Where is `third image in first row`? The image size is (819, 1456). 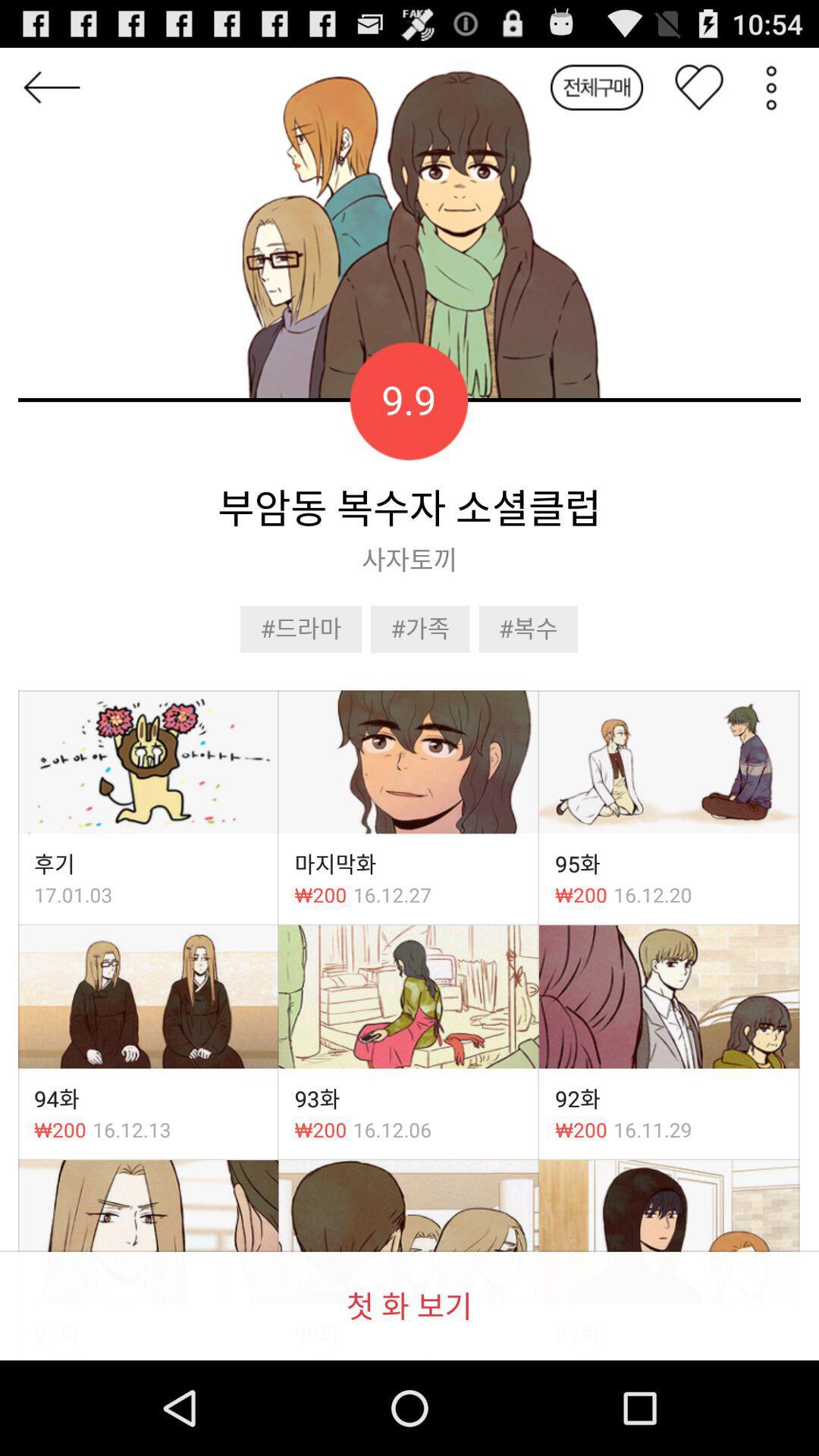
third image in first row is located at coordinates (669, 762).